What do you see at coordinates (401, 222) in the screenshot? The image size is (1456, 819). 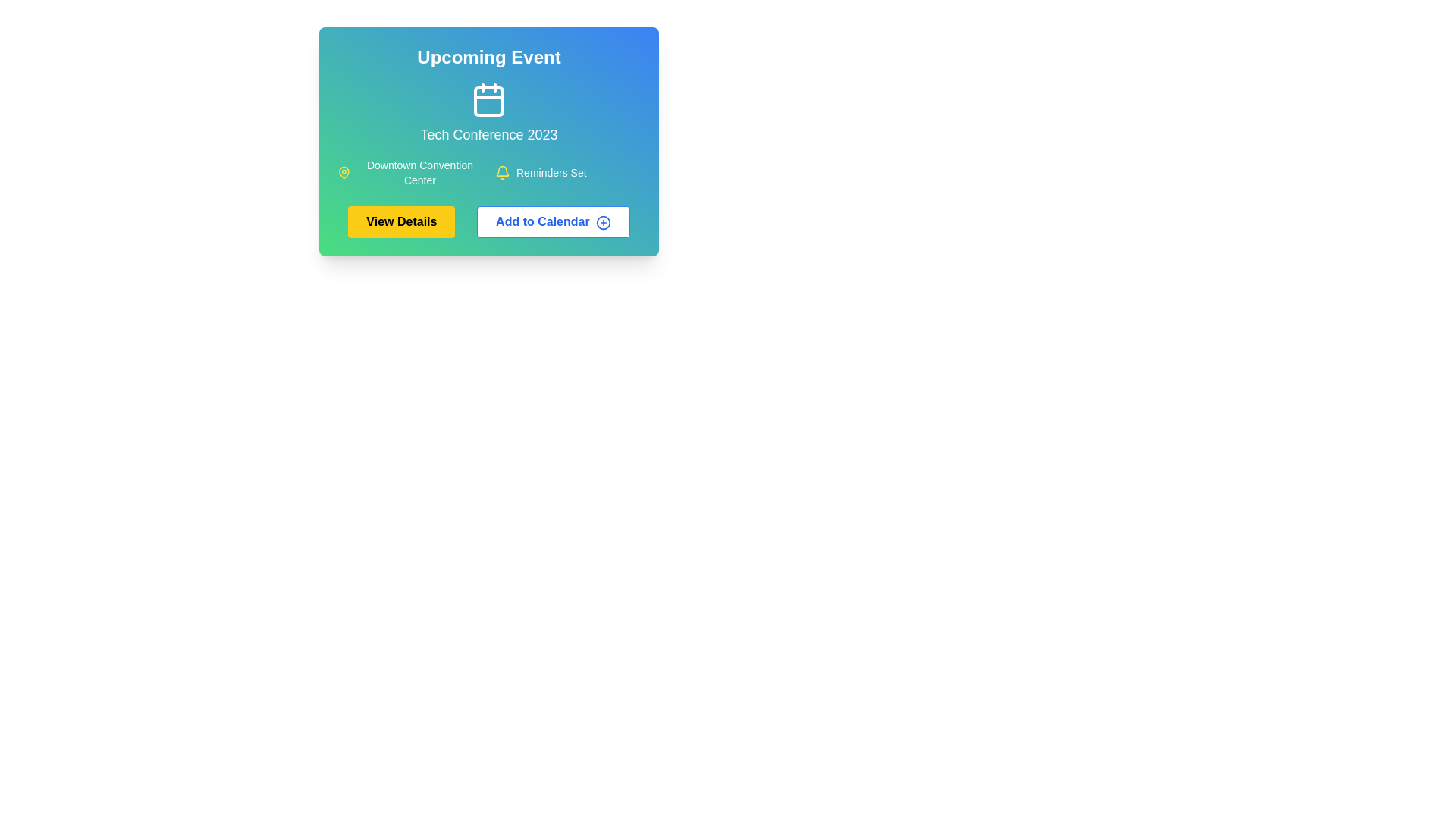 I see `the button that navigates to the detailed view of the event, positioned on the left side of the layout adjacent to the 'Add to Calendar' button` at bounding box center [401, 222].